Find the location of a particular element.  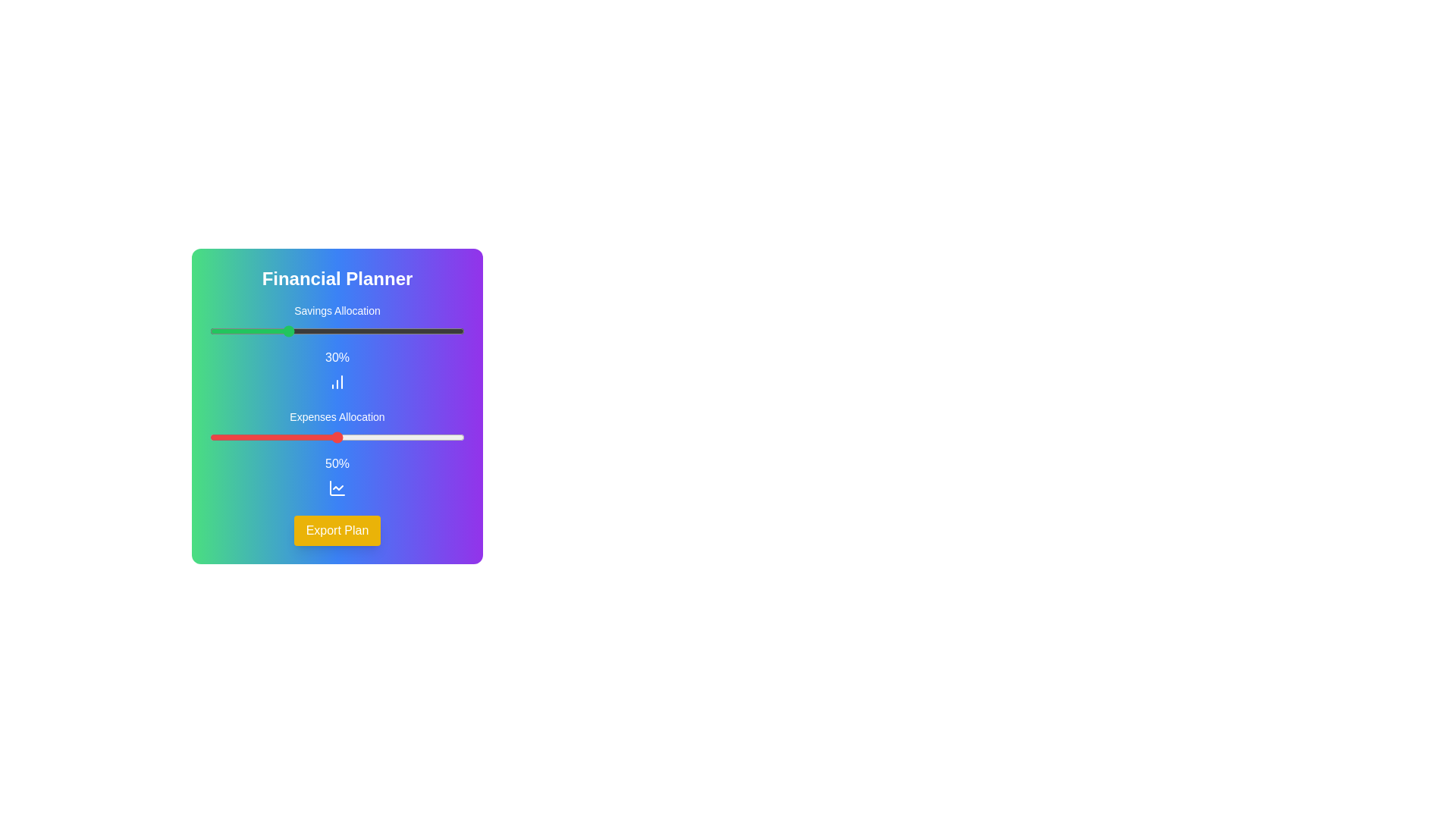

the savings allocation slider is located at coordinates (286, 330).